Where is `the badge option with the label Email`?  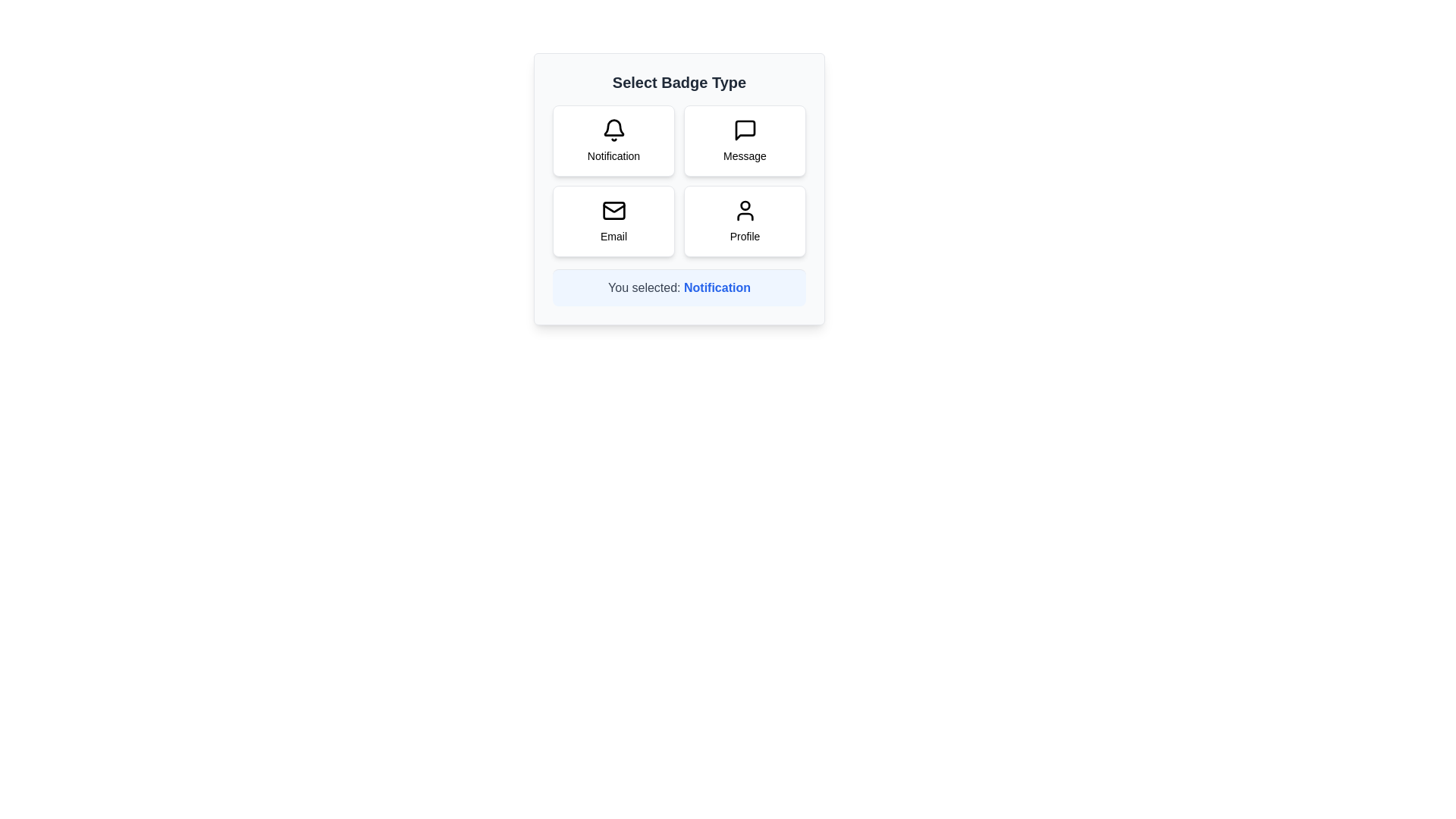 the badge option with the label Email is located at coordinates (613, 221).